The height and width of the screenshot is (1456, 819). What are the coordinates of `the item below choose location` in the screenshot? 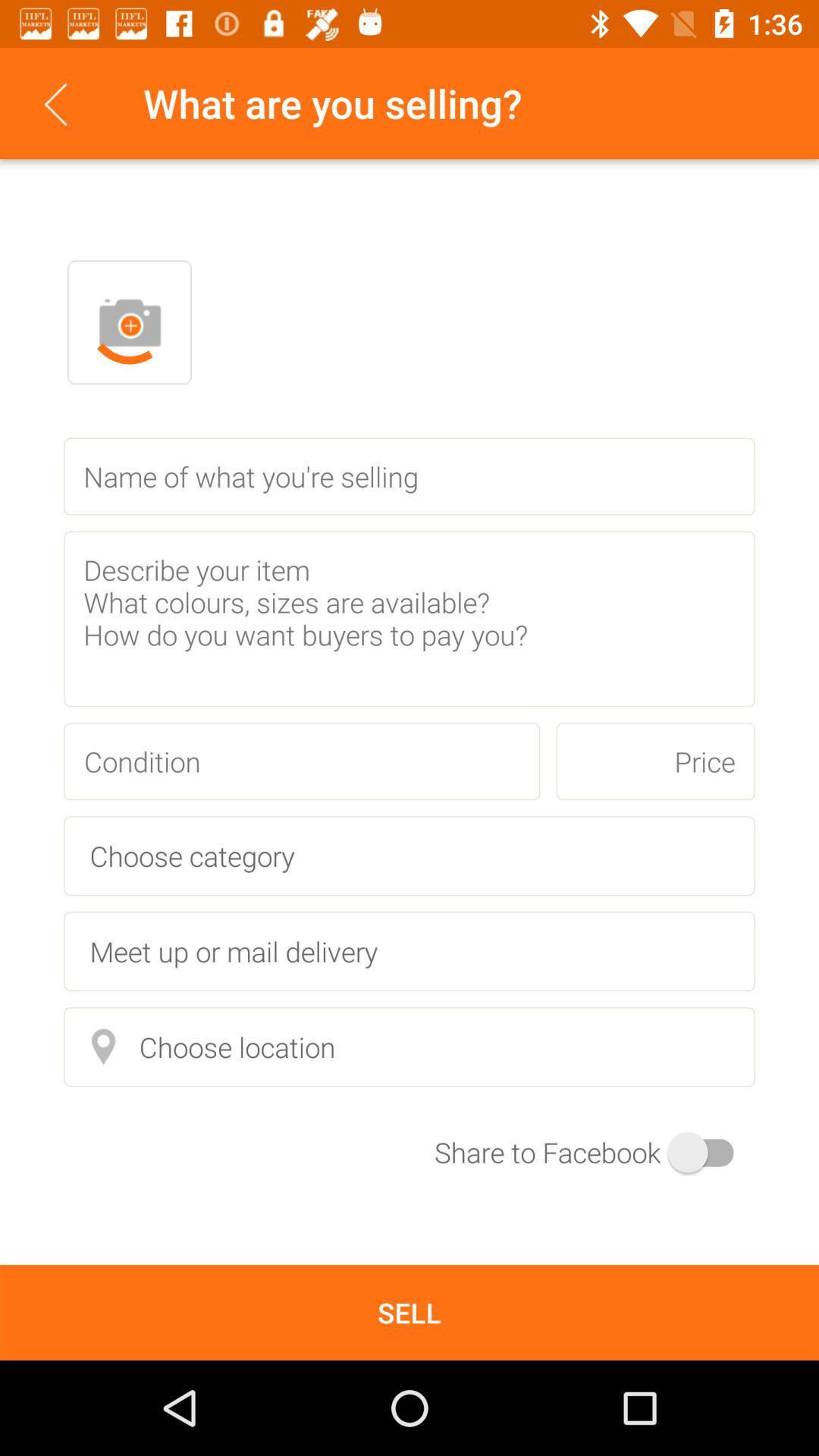 It's located at (594, 1152).